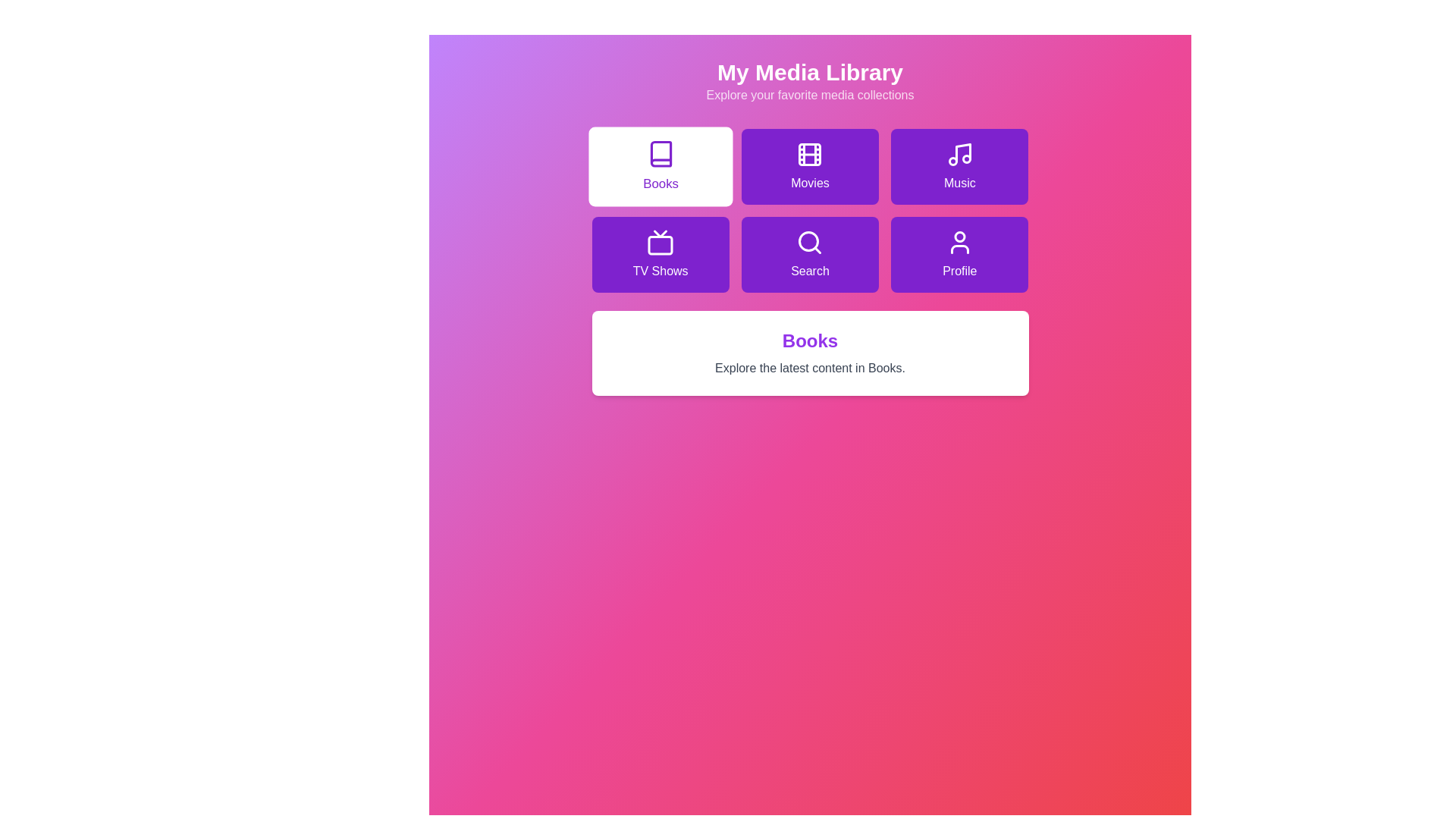 The image size is (1456, 819). Describe the element at coordinates (809, 369) in the screenshot. I see `the text element stating 'Explore the latest content in Books.' which is located below the title 'Books' within a white card` at that location.